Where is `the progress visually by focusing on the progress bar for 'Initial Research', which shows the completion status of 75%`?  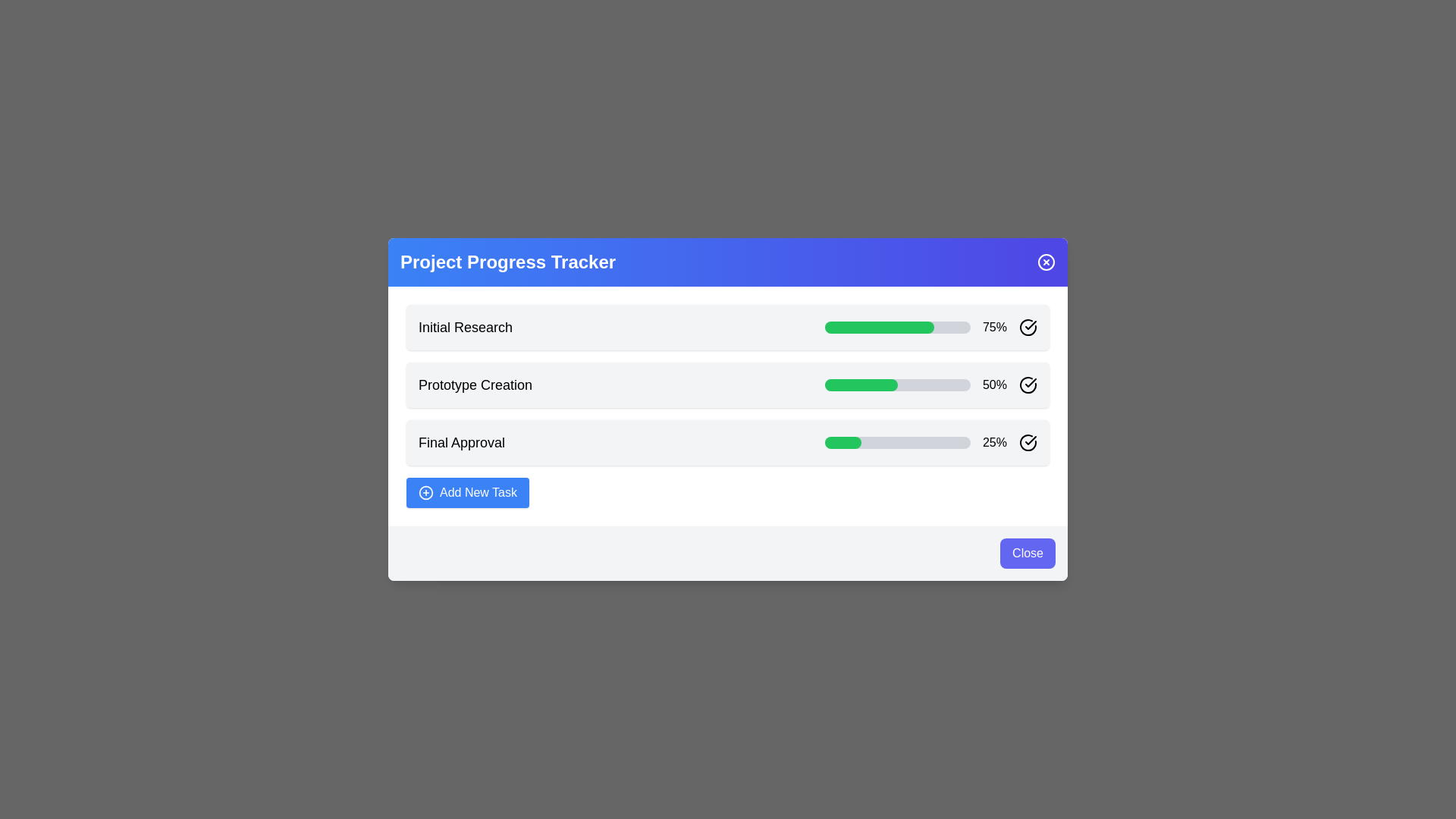
the progress visually by focusing on the progress bar for 'Initial Research', which shows the completion status of 75% is located at coordinates (898, 327).